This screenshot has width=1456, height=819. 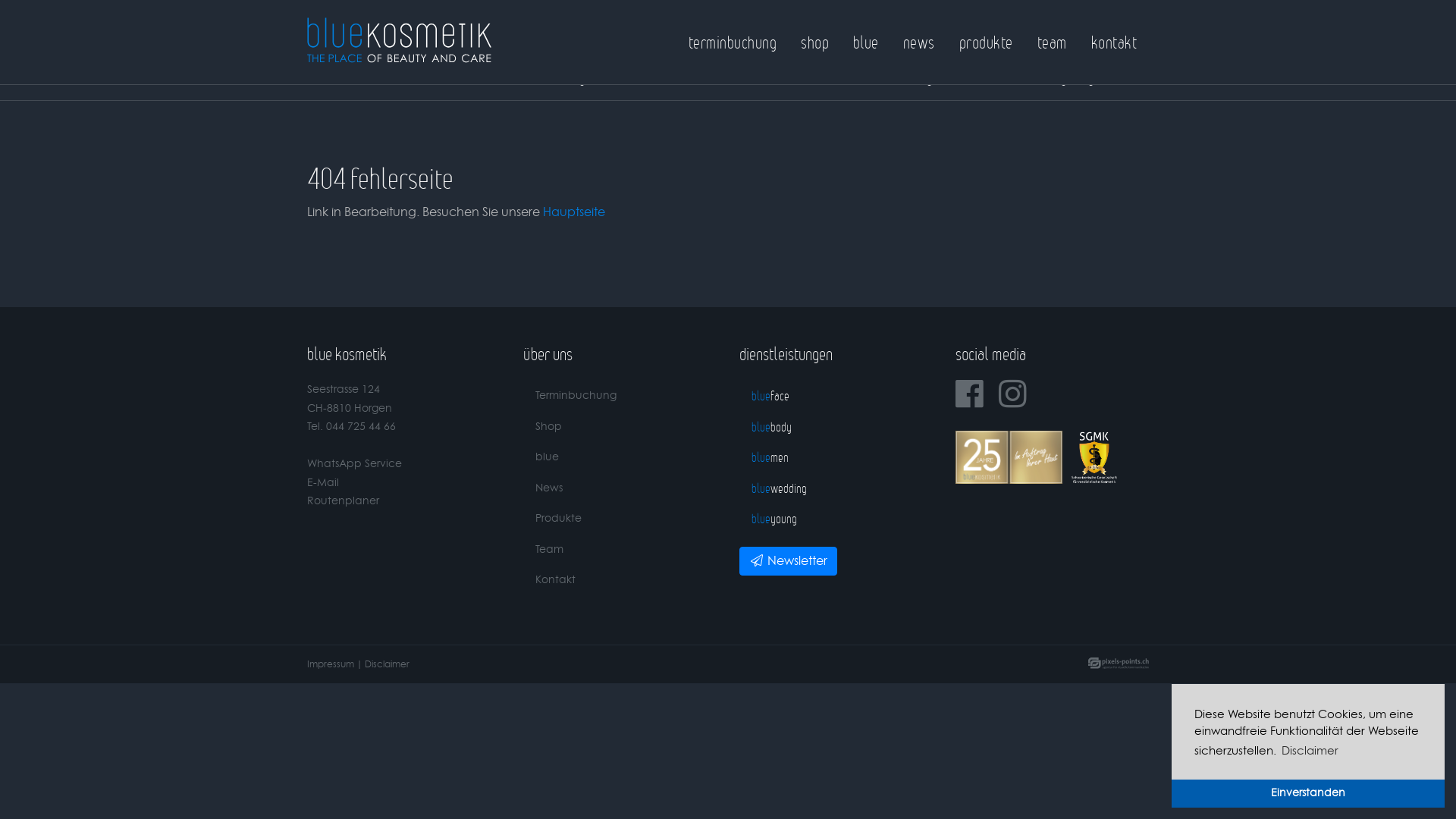 I want to click on 'bluemen', so click(x=739, y=457).